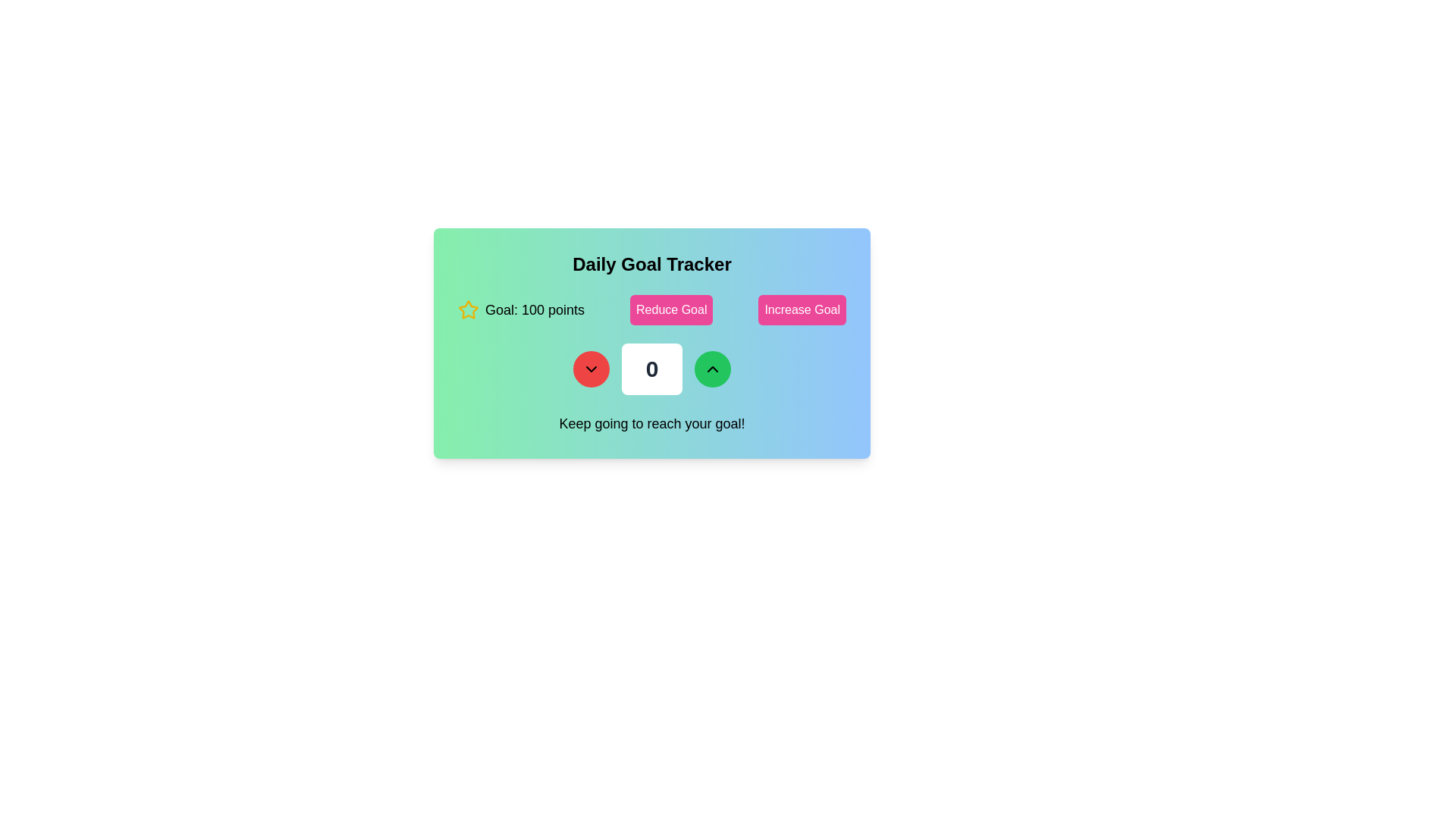  I want to click on the star-shaped outline icon, which is a decorative graphical element filled with yellow color, located near the top-left corner of the goal tracker interface, adjacent to the 'Goal: 100 points' text, so click(468, 309).